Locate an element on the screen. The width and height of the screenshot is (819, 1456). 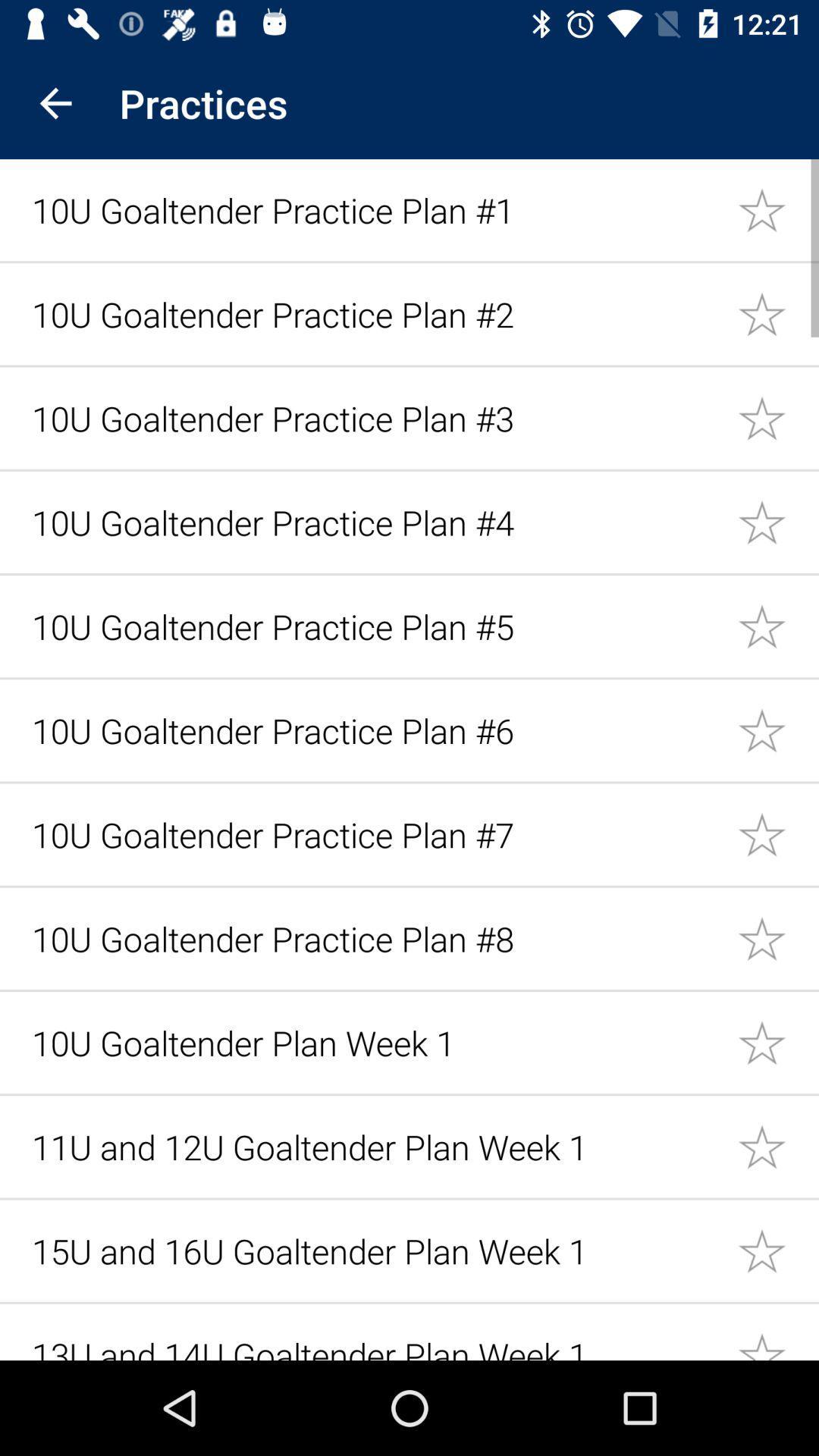
set favorite to 1ou goaltender practic plan 8 is located at coordinates (778, 937).